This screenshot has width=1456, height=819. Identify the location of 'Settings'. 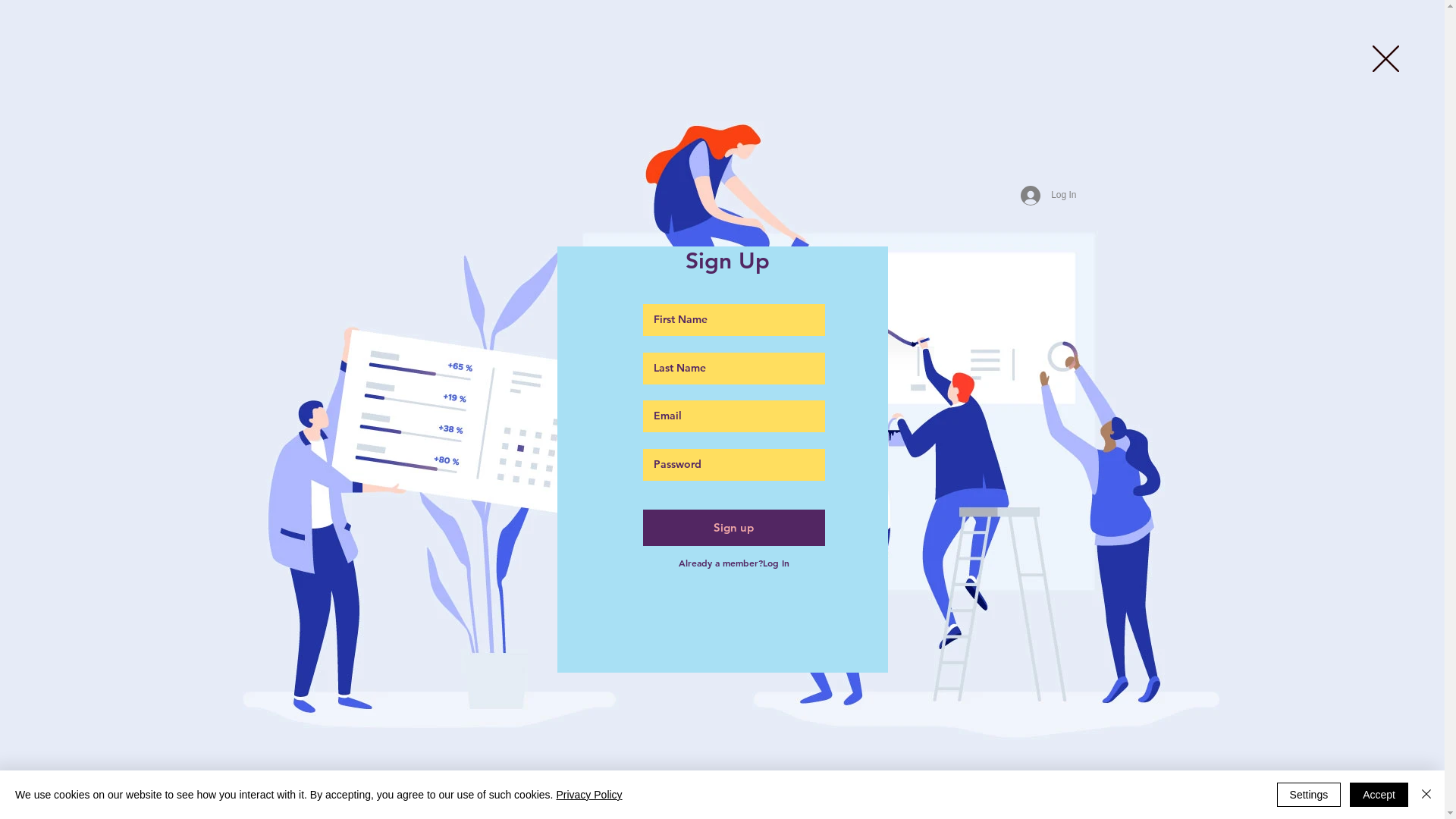
(1308, 794).